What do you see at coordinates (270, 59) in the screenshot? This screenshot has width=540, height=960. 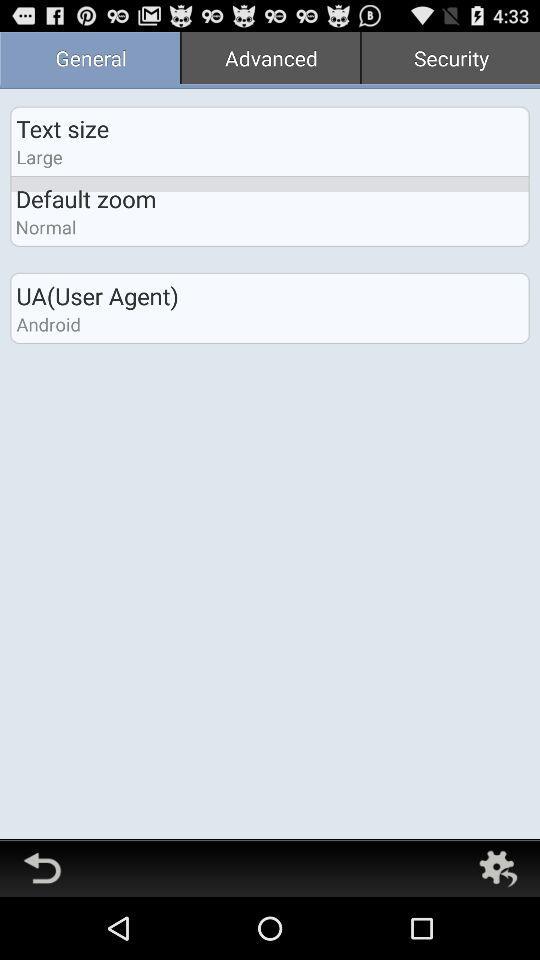 I see `the button which is next to the general` at bounding box center [270, 59].